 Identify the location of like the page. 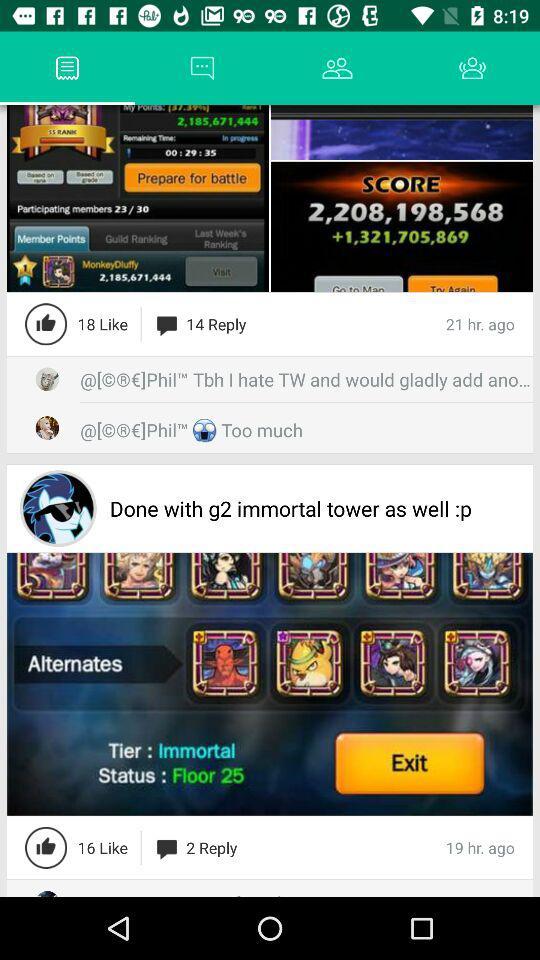
(46, 846).